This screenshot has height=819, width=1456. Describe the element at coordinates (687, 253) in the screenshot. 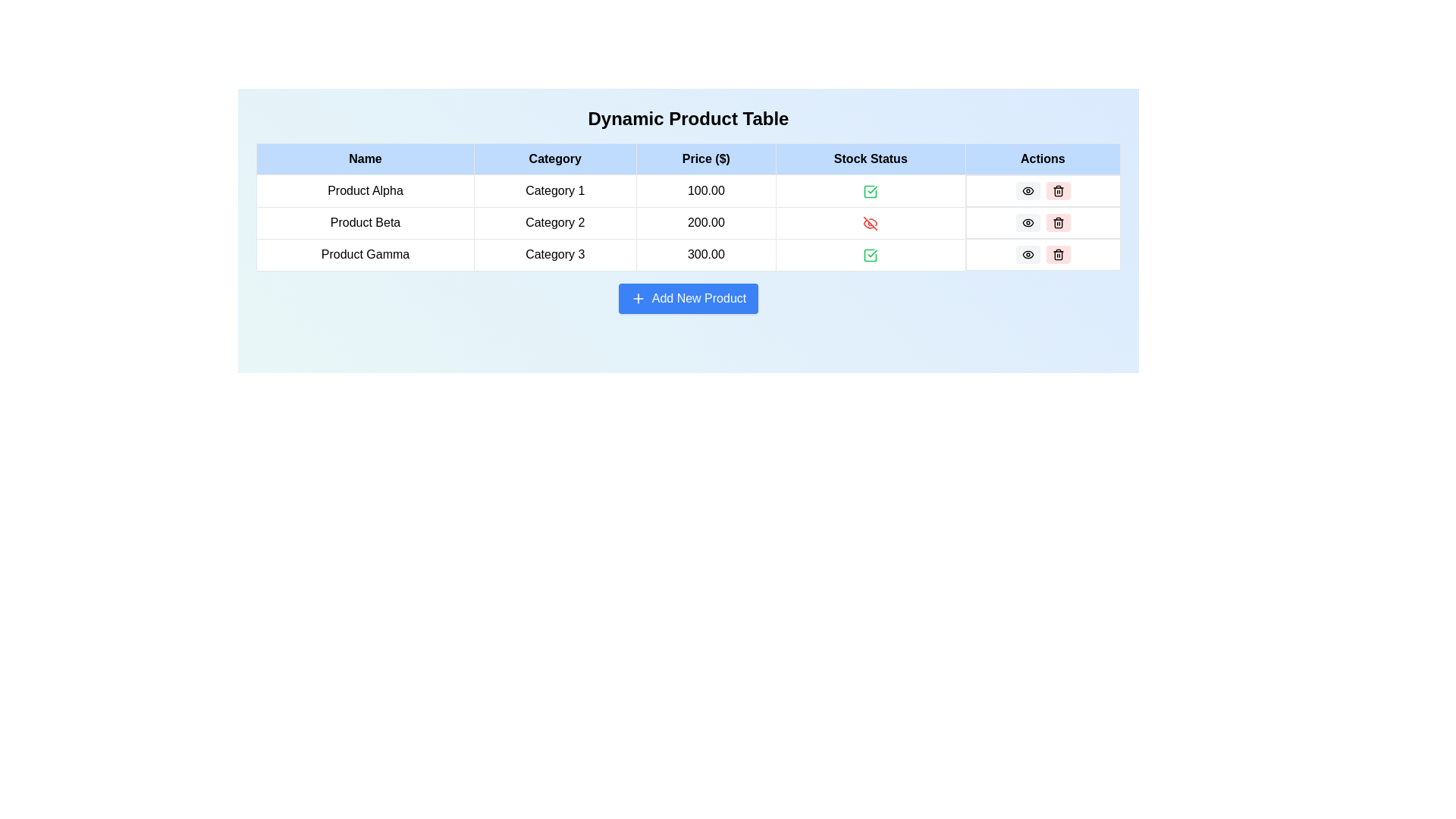

I see `on the third row of the product table` at that location.